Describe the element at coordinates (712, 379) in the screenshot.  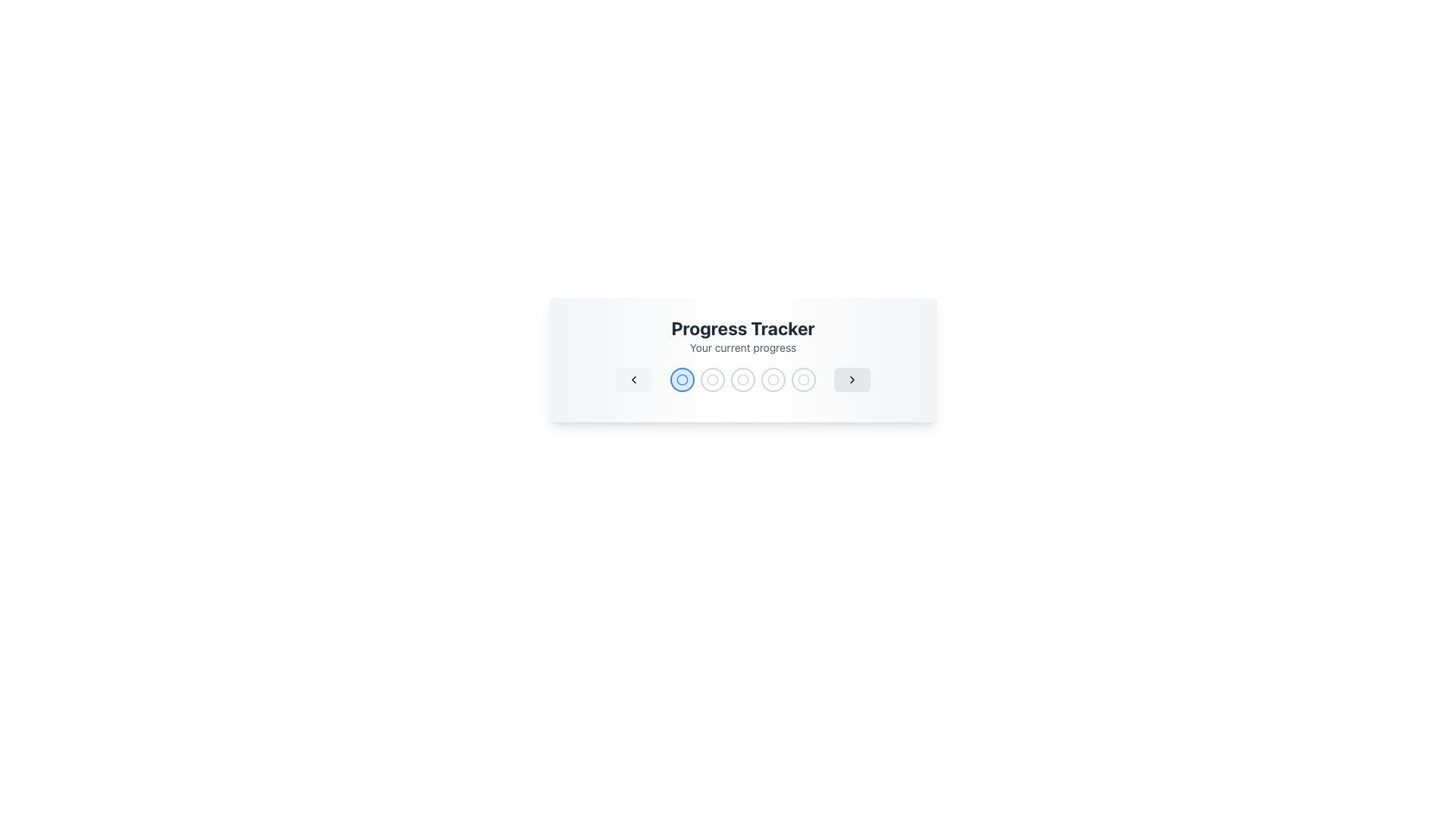
I see `the second circular progress indicator in the progress tracker` at that location.